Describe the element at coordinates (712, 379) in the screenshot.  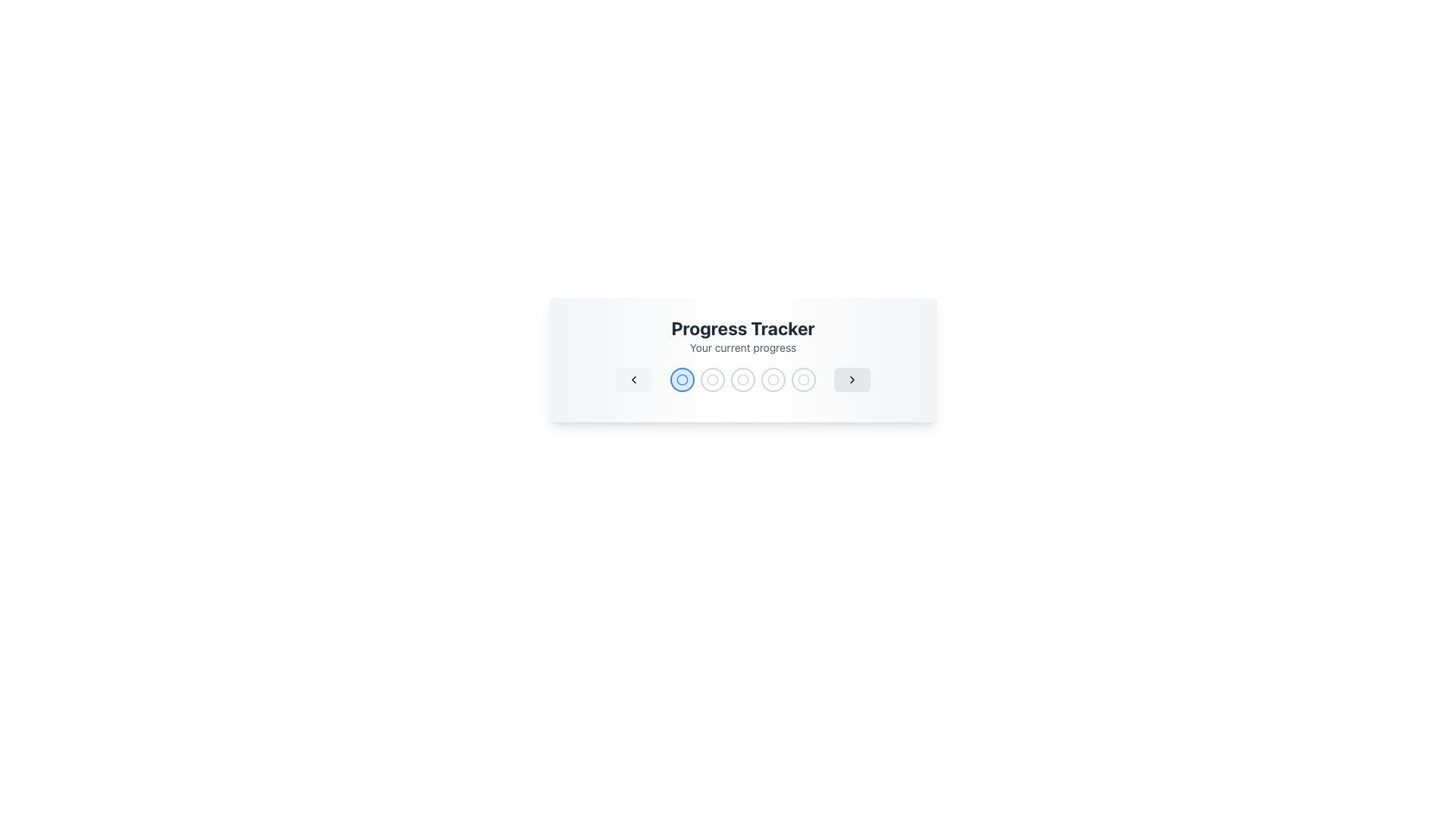
I see `the second circular progress indicator in the progress tracker` at that location.